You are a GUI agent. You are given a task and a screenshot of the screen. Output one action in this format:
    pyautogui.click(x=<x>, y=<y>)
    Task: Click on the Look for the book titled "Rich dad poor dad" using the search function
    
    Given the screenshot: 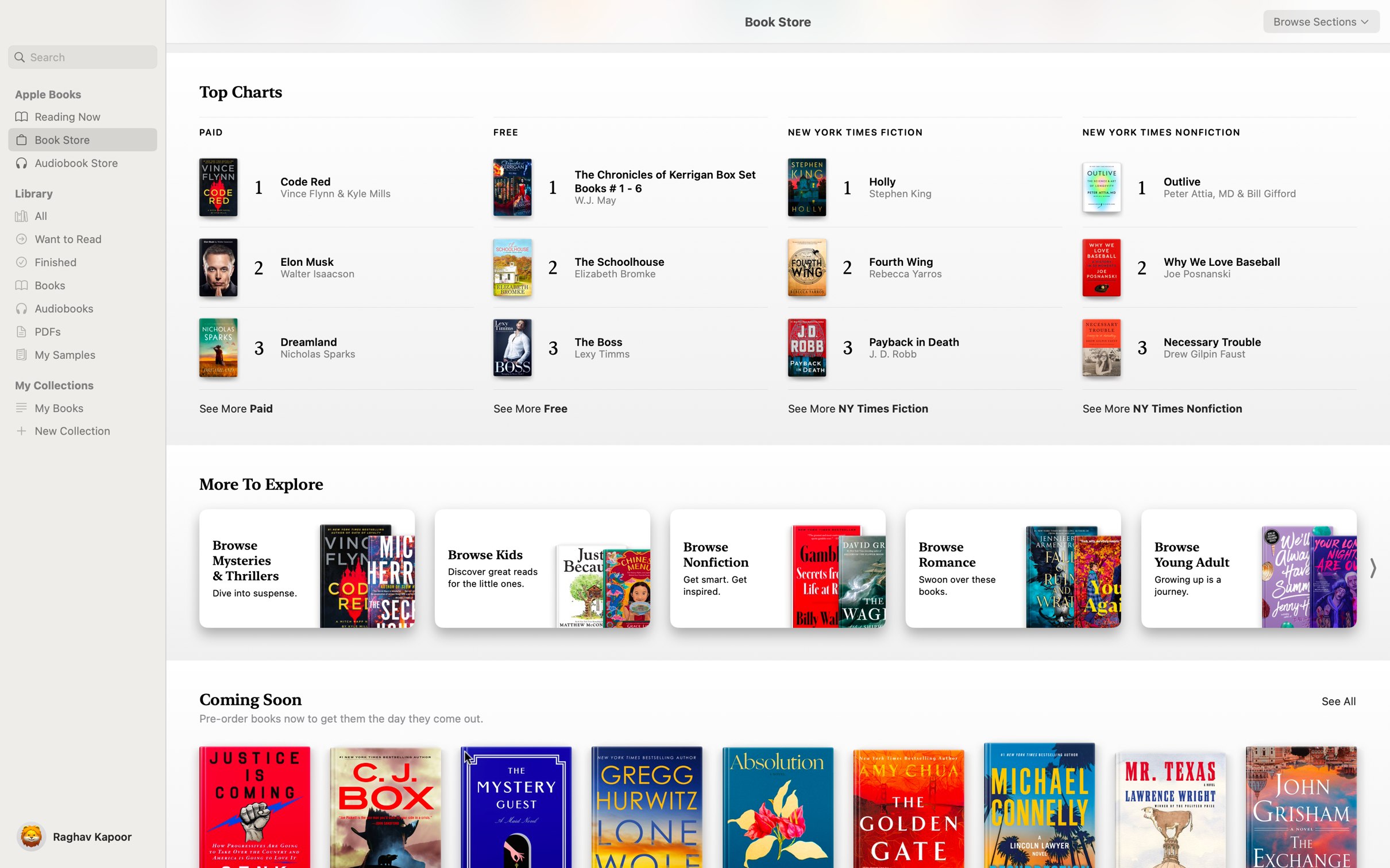 What is the action you would take?
    pyautogui.click(x=82, y=57)
    